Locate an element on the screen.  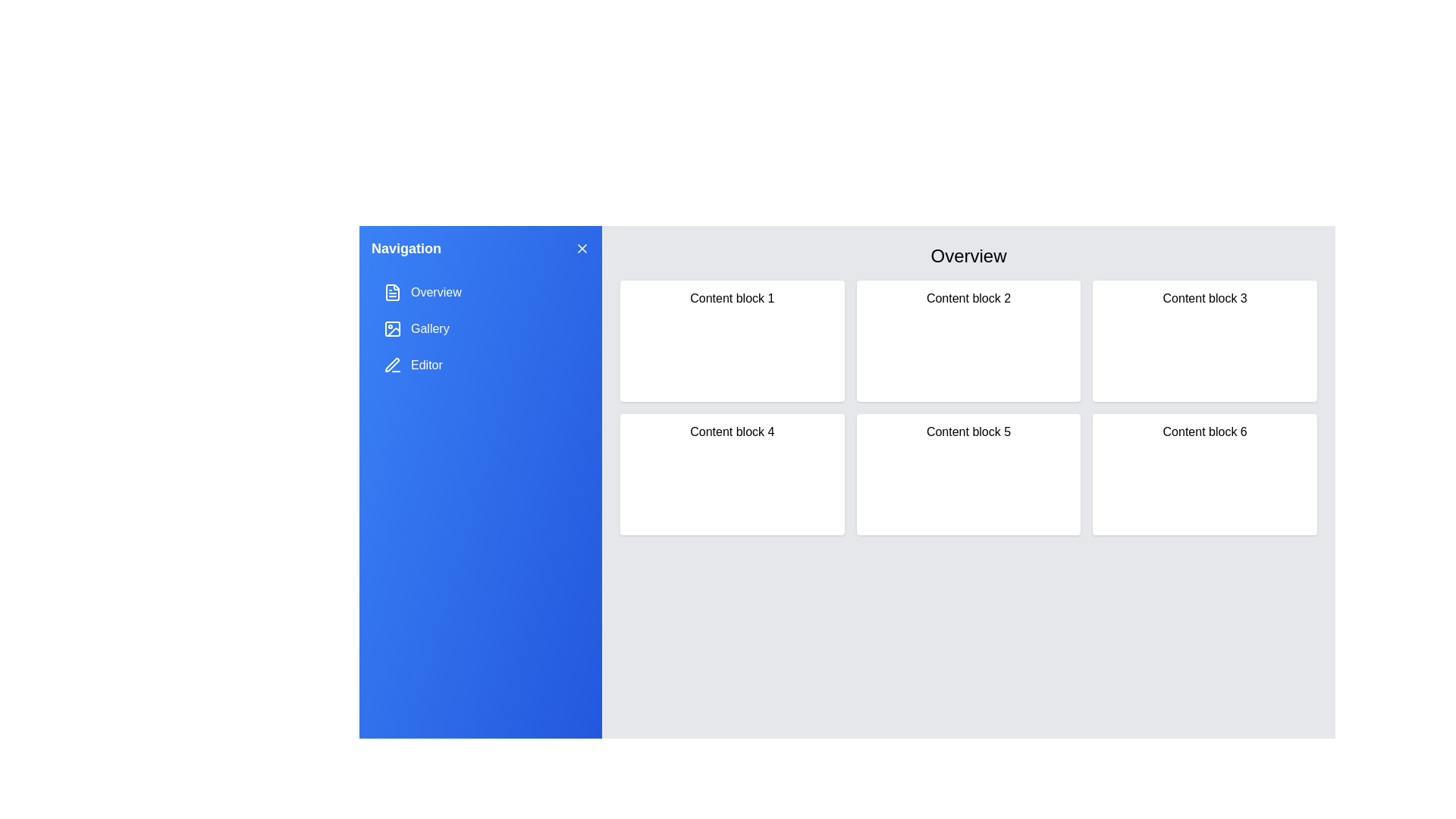
the Editor section from the navigation menu is located at coordinates (479, 366).